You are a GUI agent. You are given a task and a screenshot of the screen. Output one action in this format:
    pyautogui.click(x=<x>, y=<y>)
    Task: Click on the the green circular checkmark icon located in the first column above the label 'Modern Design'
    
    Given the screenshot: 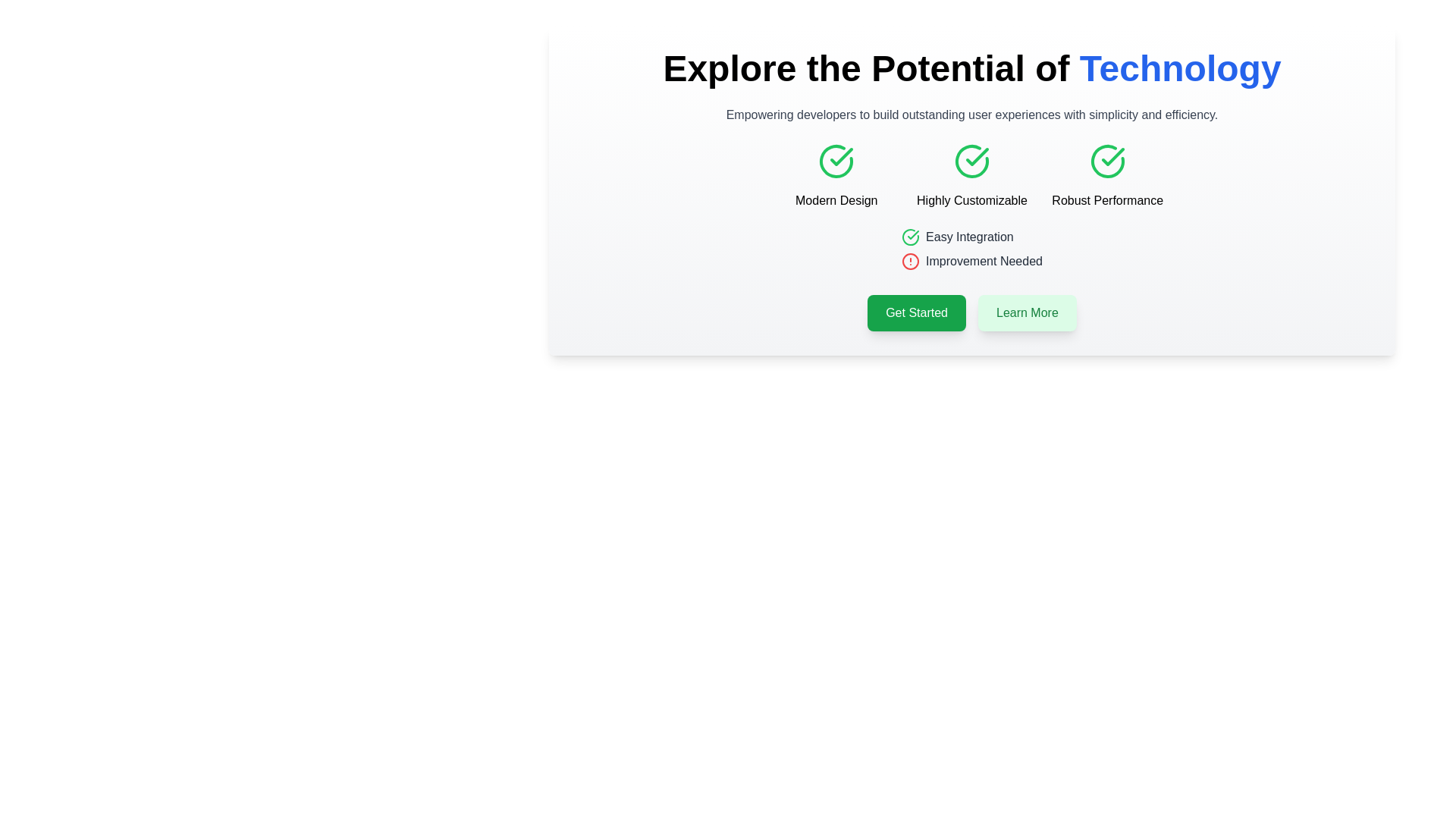 What is the action you would take?
    pyautogui.click(x=836, y=161)
    